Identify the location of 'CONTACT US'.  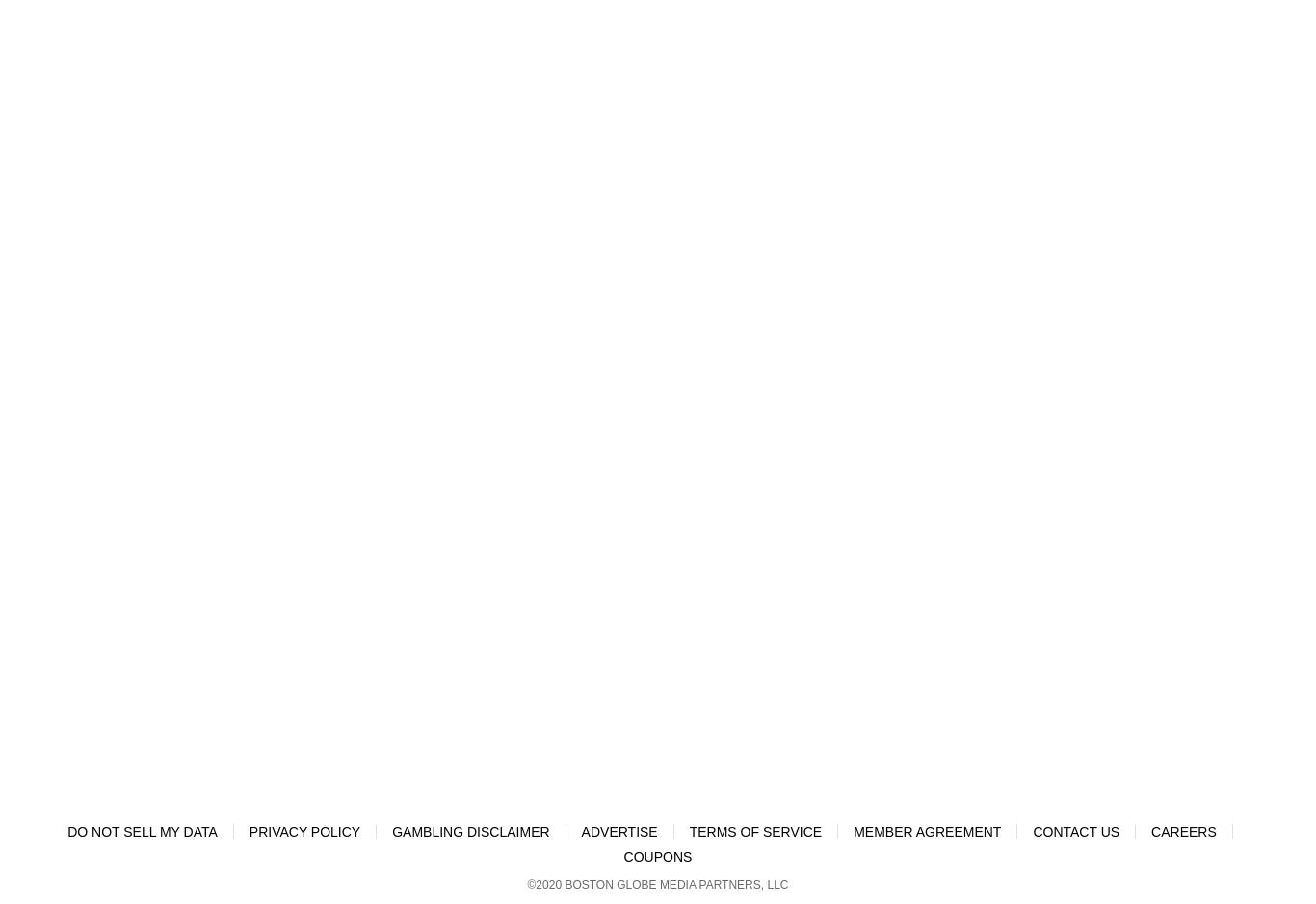
(1074, 830).